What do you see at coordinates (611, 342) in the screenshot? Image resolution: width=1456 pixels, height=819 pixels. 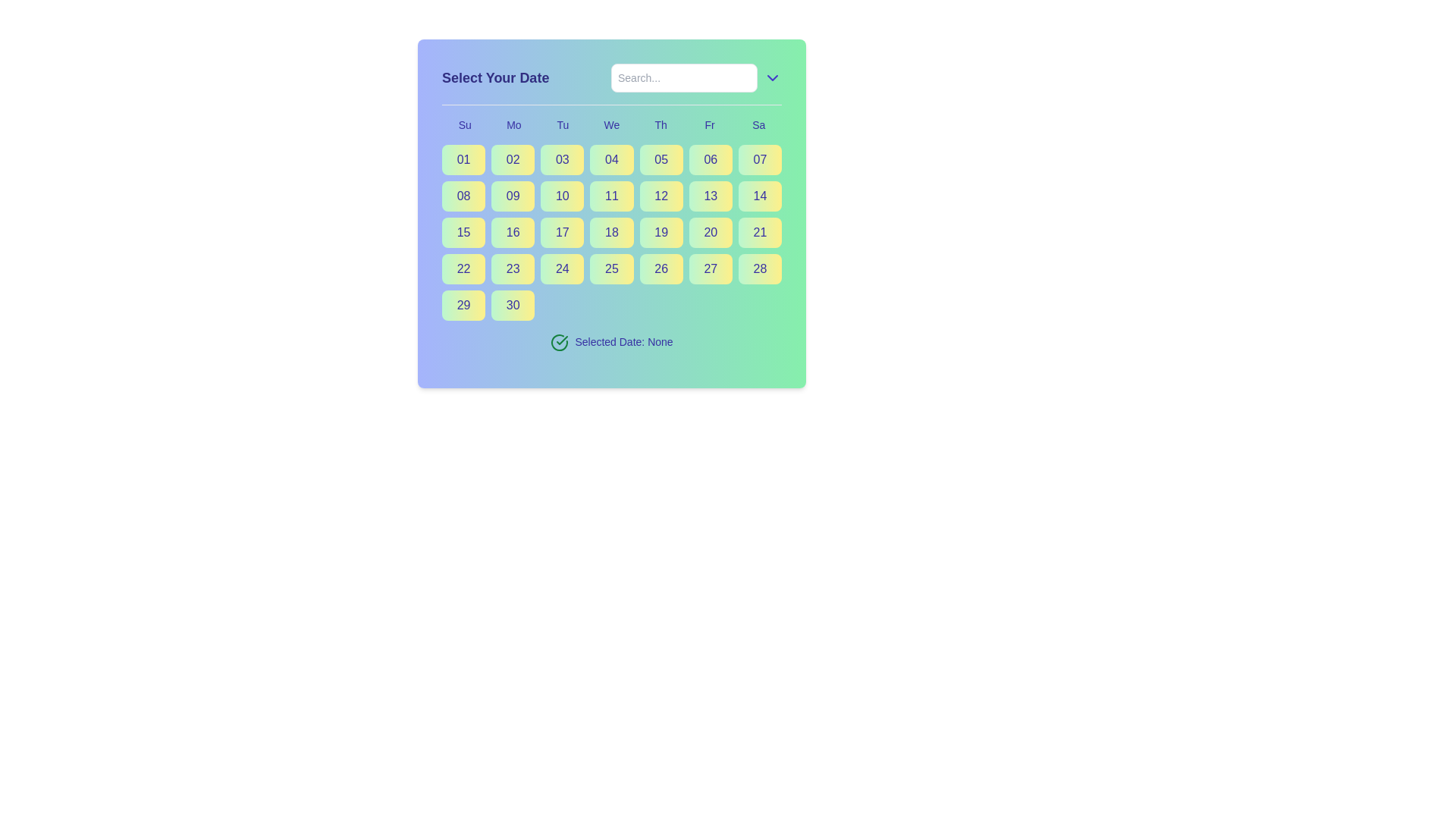 I see `the label that indicates the currently selected date, which currently displays 'None'` at bounding box center [611, 342].